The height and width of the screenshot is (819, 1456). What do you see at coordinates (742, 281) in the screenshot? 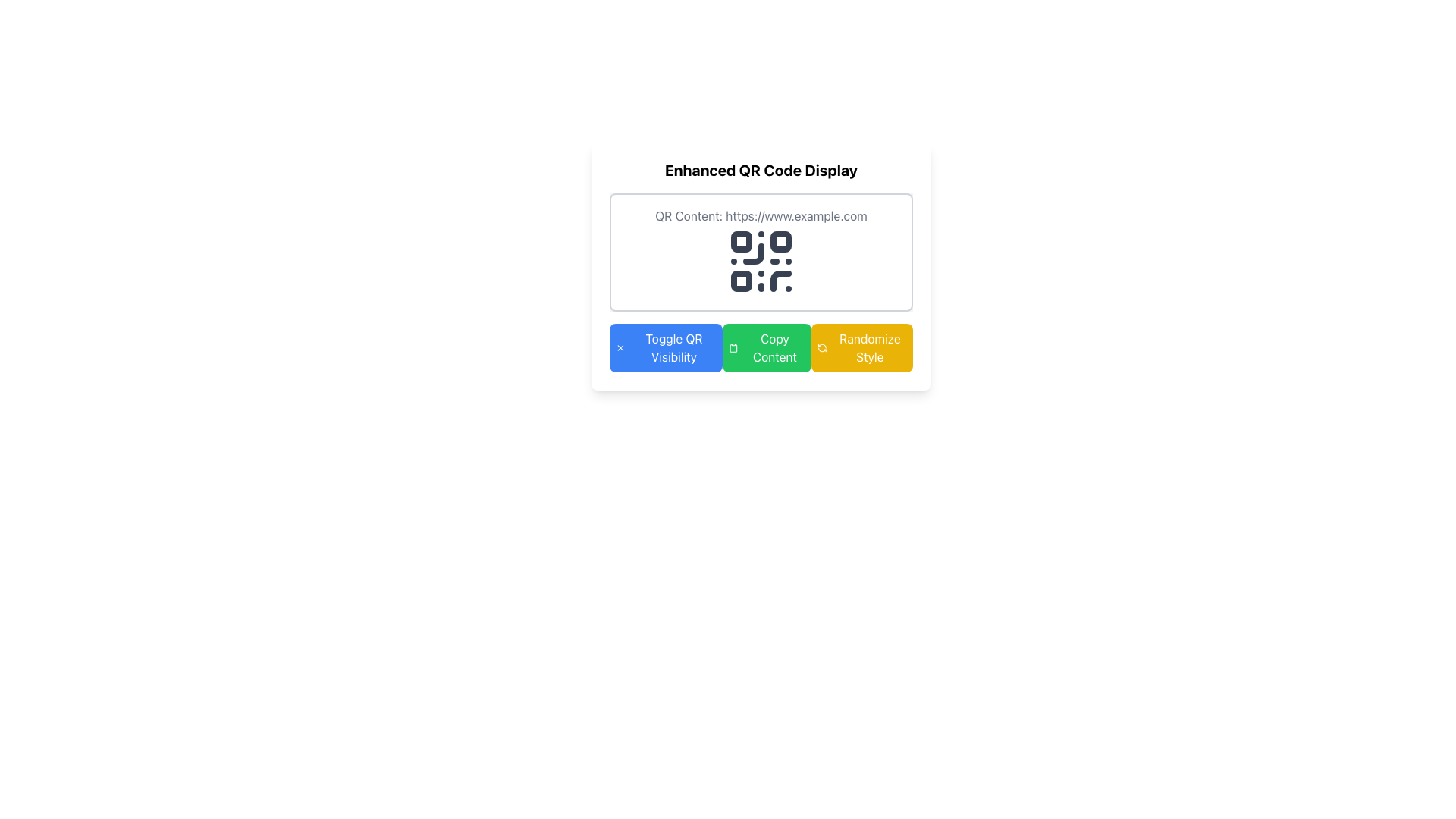
I see `the QR code module located at the bottom-left corner of the Enhanced QR Code Display, which is a small square with rounded corners` at bounding box center [742, 281].